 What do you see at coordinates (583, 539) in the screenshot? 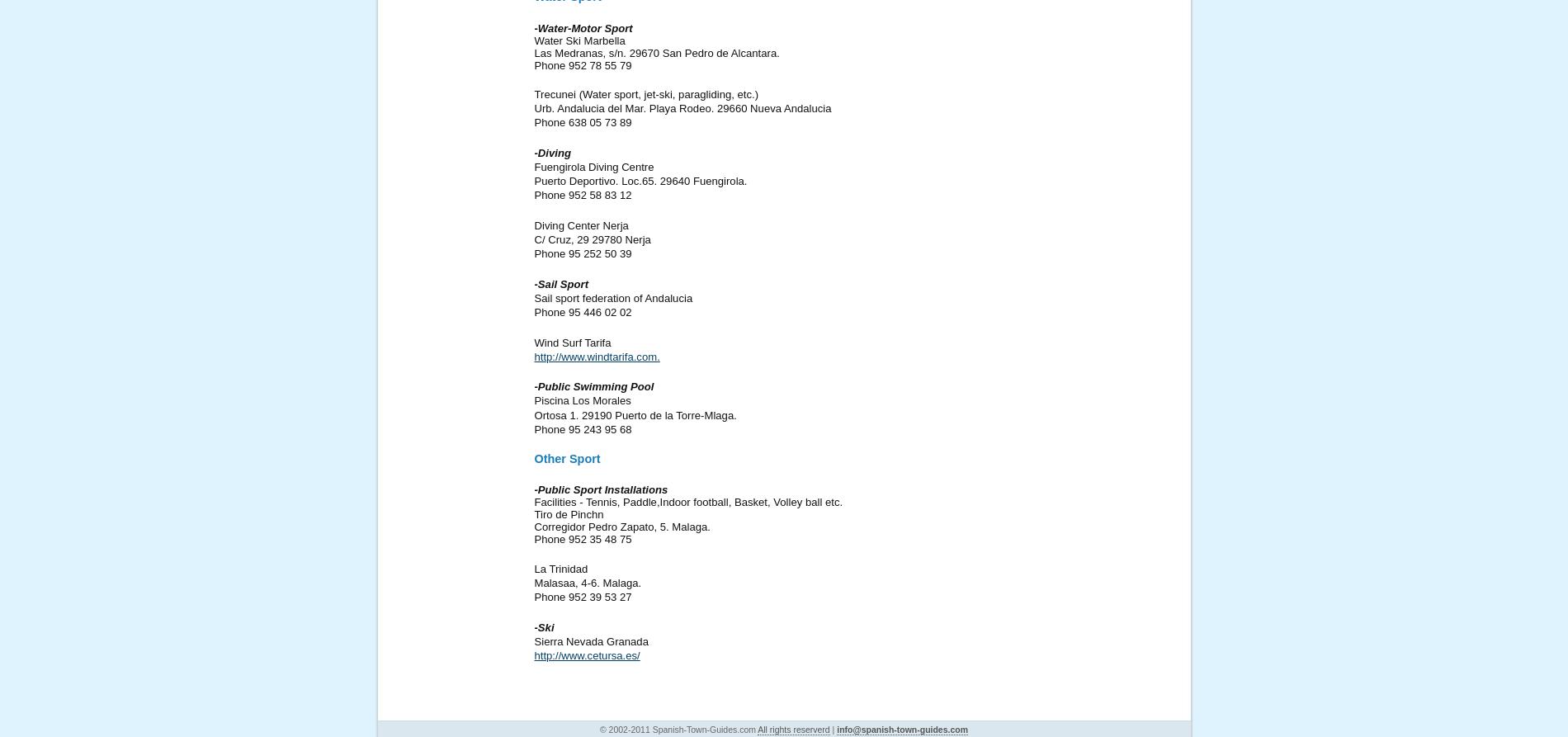
I see `'Phone 952 35 48 75'` at bounding box center [583, 539].